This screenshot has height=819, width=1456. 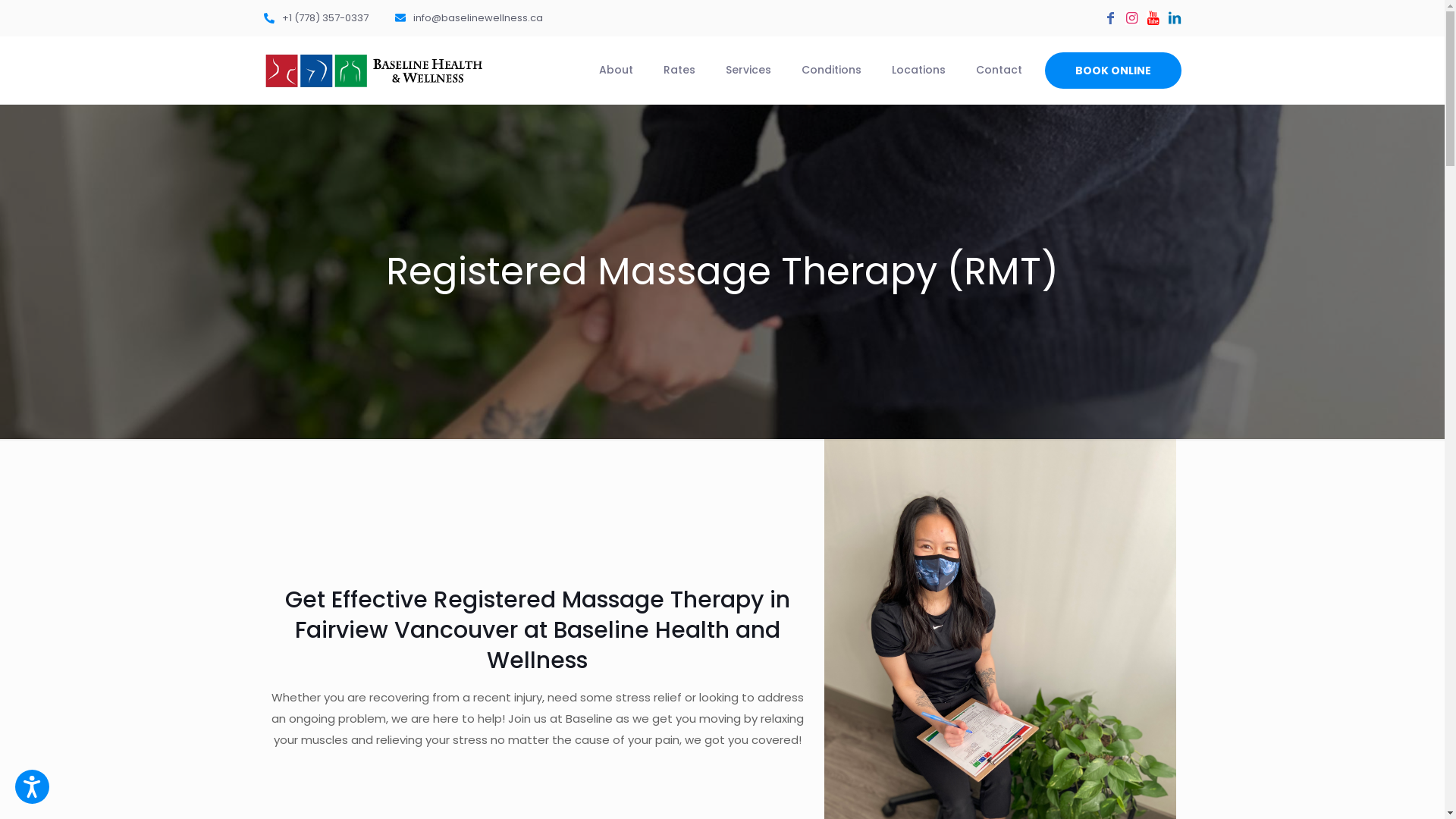 What do you see at coordinates (747, 70) in the screenshot?
I see `'Services'` at bounding box center [747, 70].